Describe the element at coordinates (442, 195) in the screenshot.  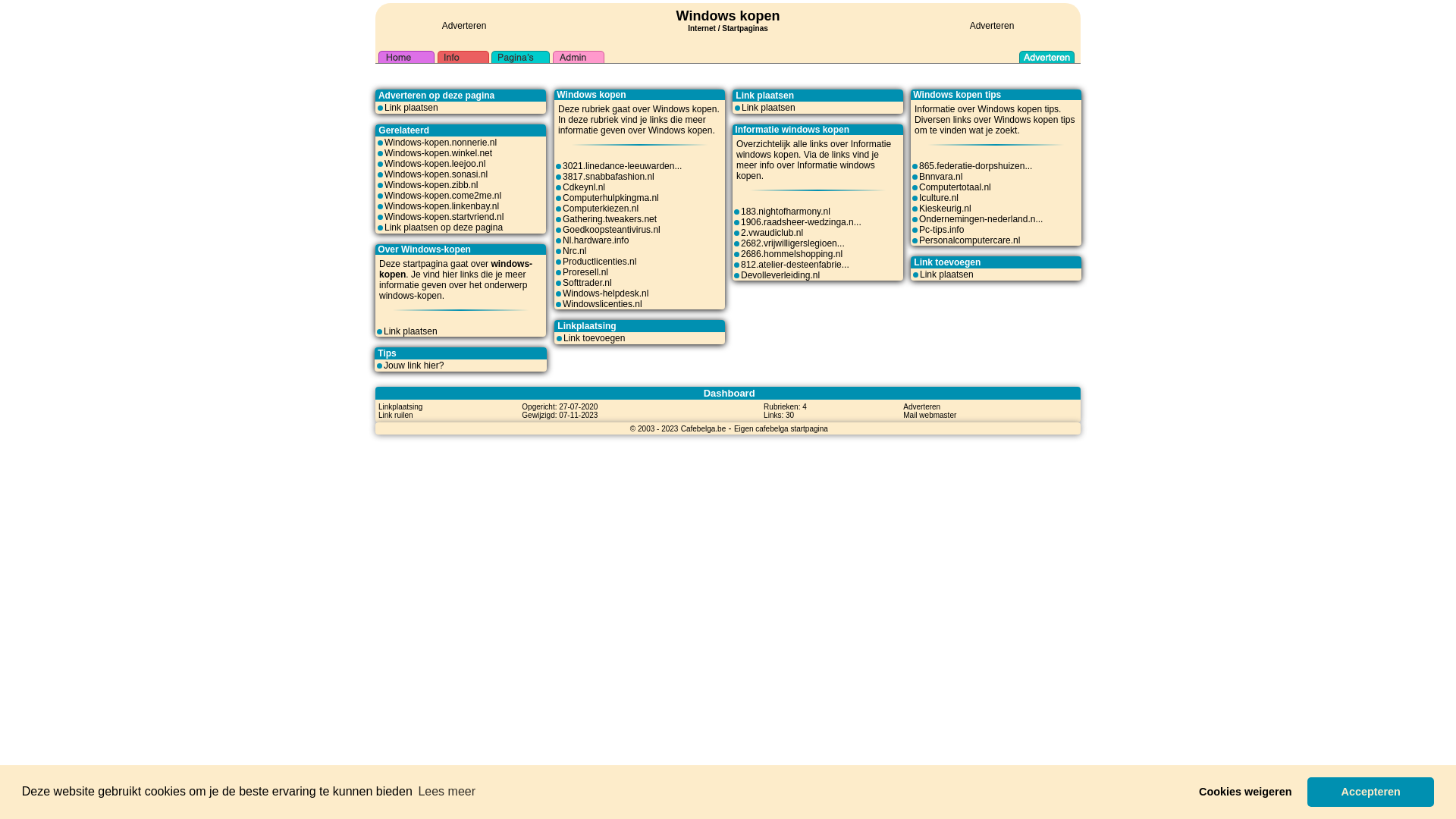
I see `'Windows-kopen.come2me.nl'` at that location.